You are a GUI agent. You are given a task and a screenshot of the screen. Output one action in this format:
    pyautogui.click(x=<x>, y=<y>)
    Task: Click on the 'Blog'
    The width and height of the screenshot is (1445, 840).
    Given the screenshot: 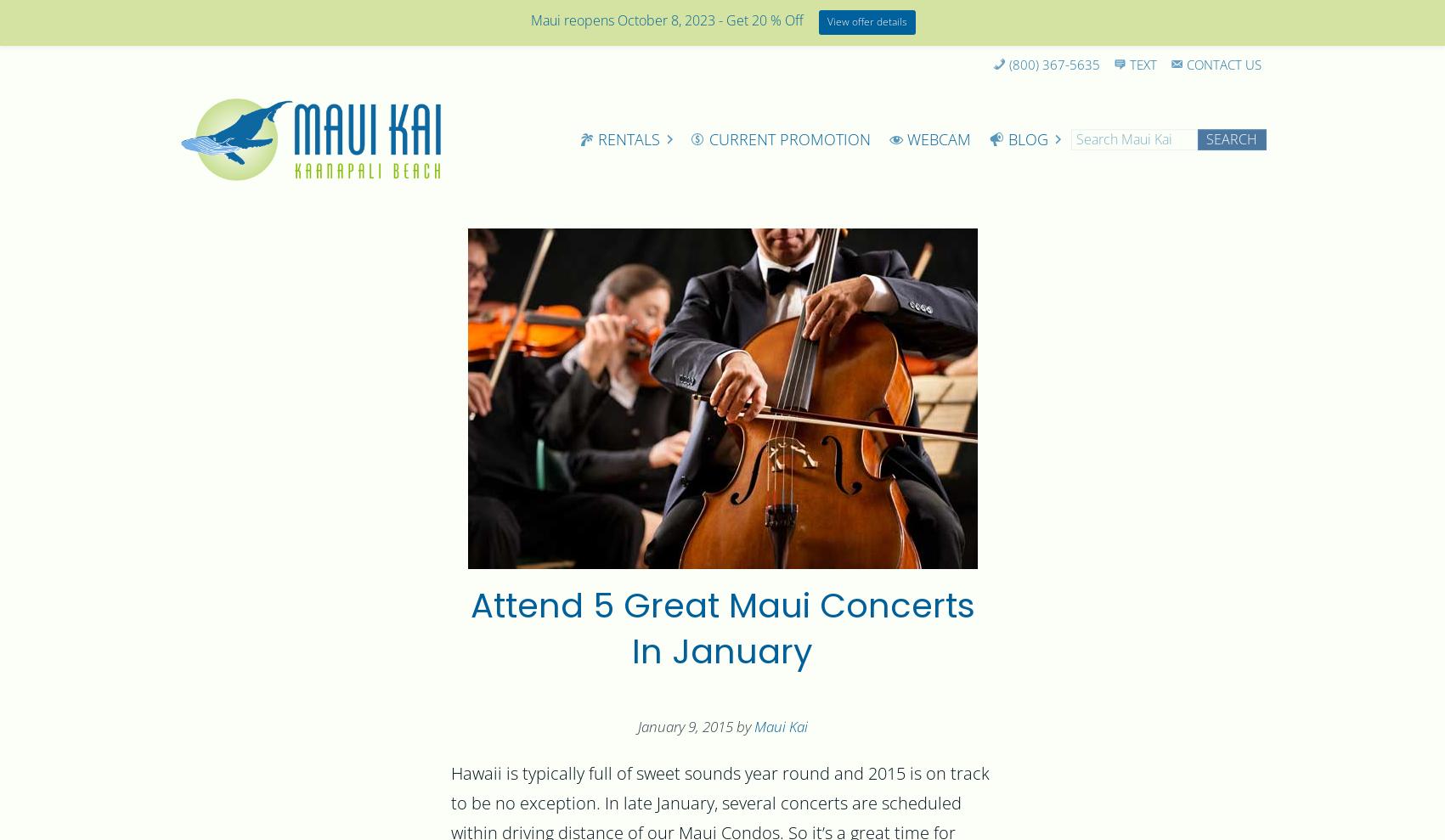 What is the action you would take?
    pyautogui.click(x=1026, y=138)
    